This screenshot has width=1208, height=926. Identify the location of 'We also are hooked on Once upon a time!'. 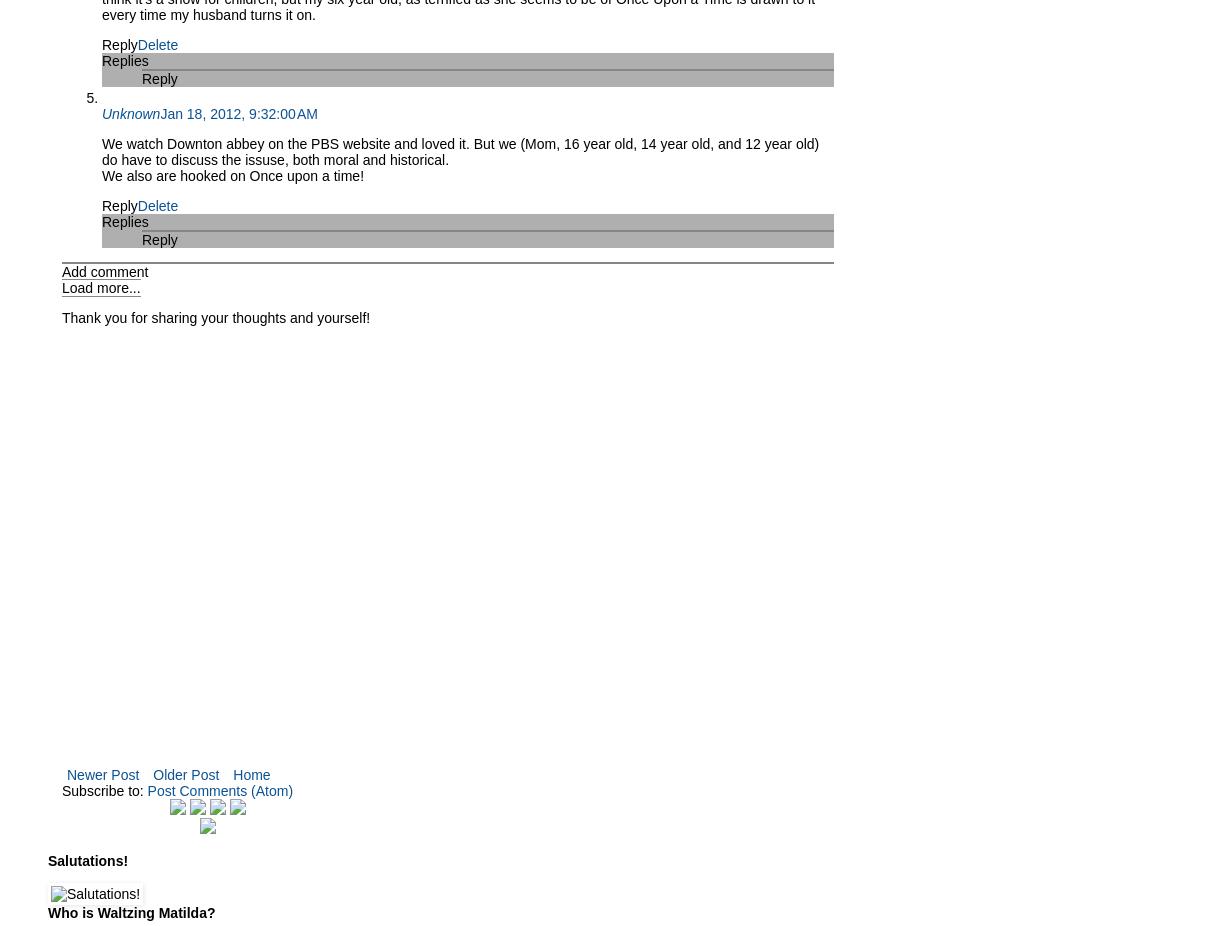
(233, 175).